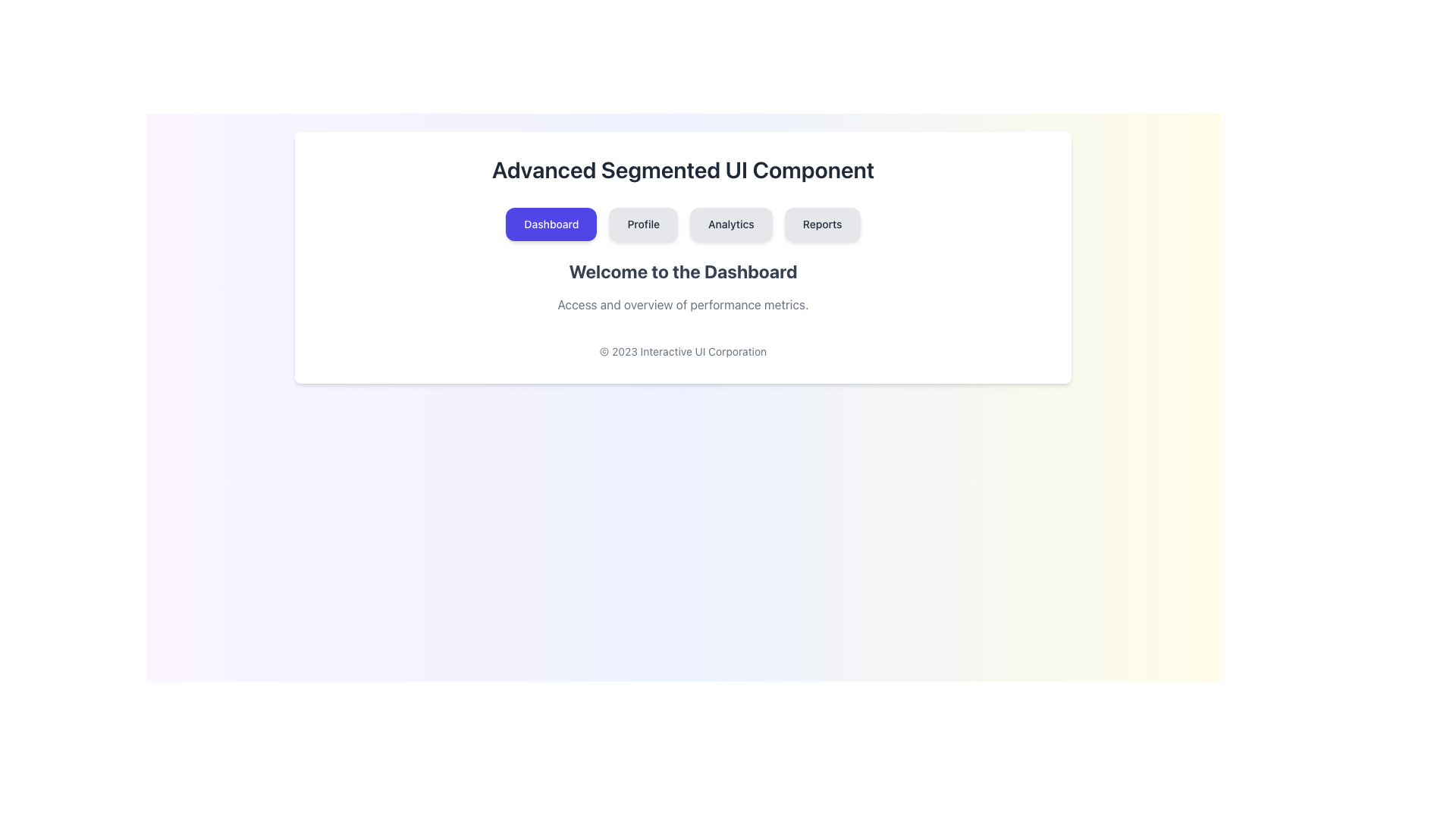 The width and height of the screenshot is (1456, 819). I want to click on text 'Welcome to the Dashboard' from the Heading Text element, which is prominently displayed in bold and large typography below the navigation buttons, so click(682, 271).